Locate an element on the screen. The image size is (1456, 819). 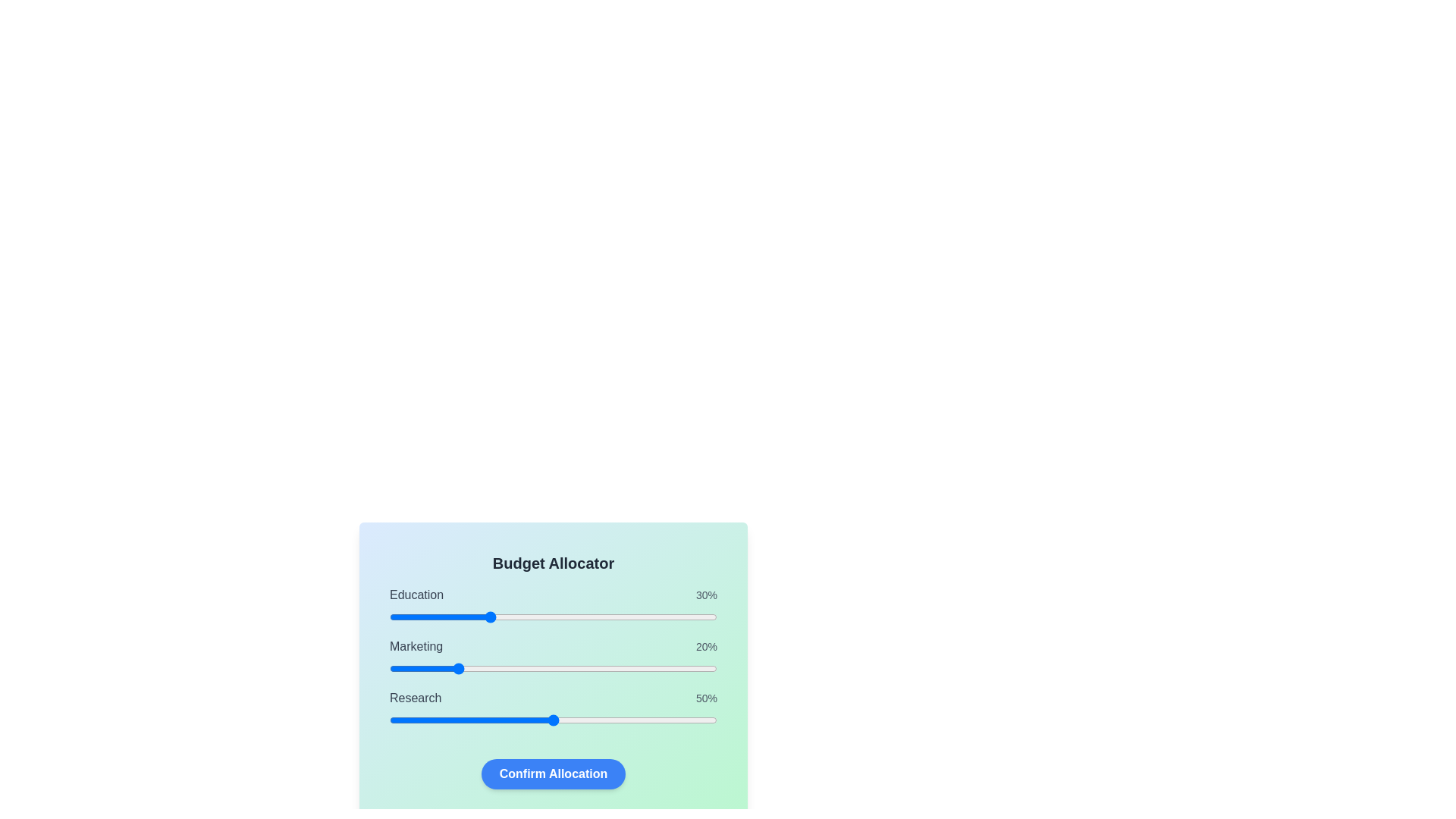
the 'Confirm Allocation' button is located at coordinates (552, 774).